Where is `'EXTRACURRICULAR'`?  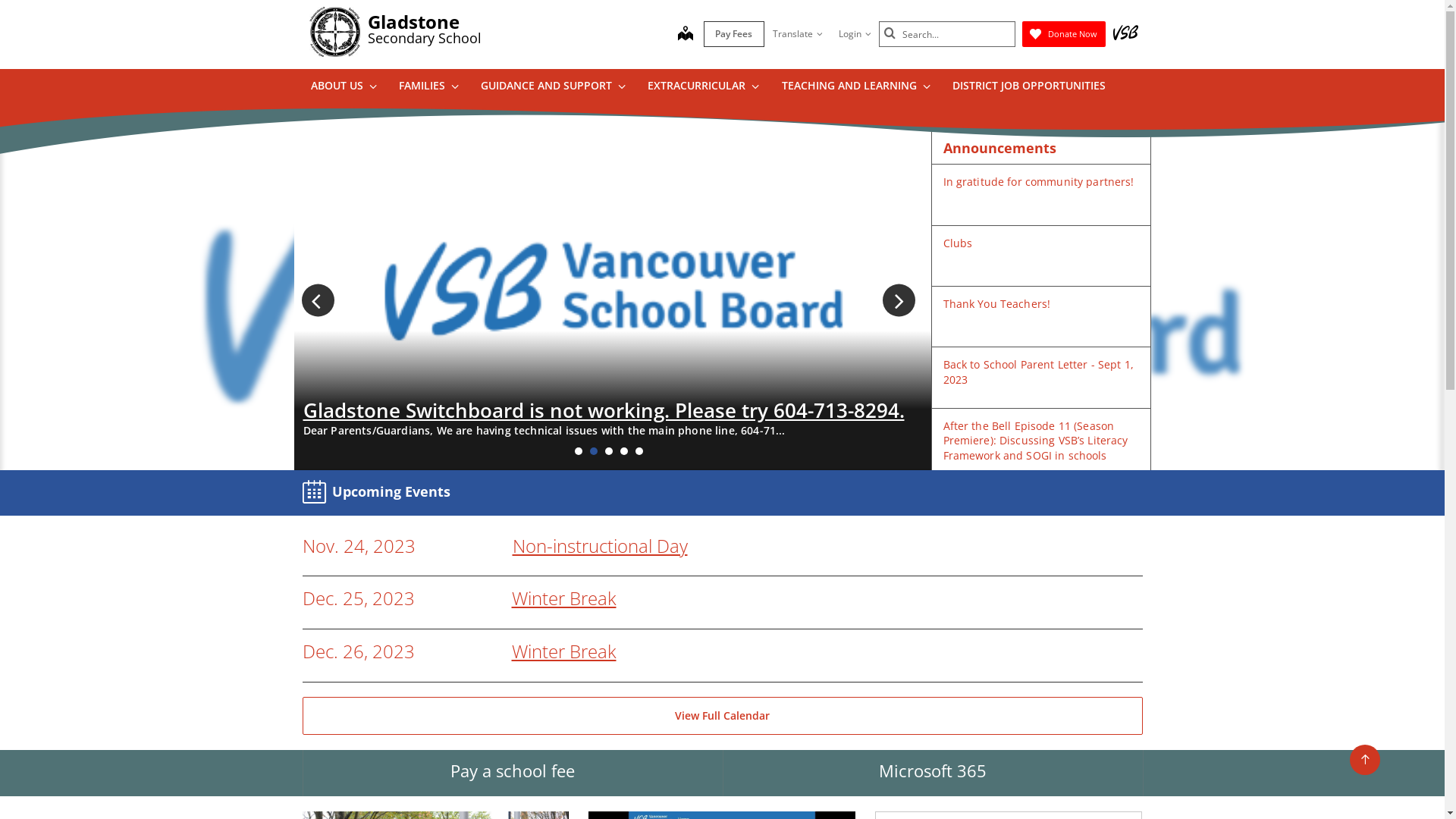 'EXTRACURRICULAR' is located at coordinates (701, 88).